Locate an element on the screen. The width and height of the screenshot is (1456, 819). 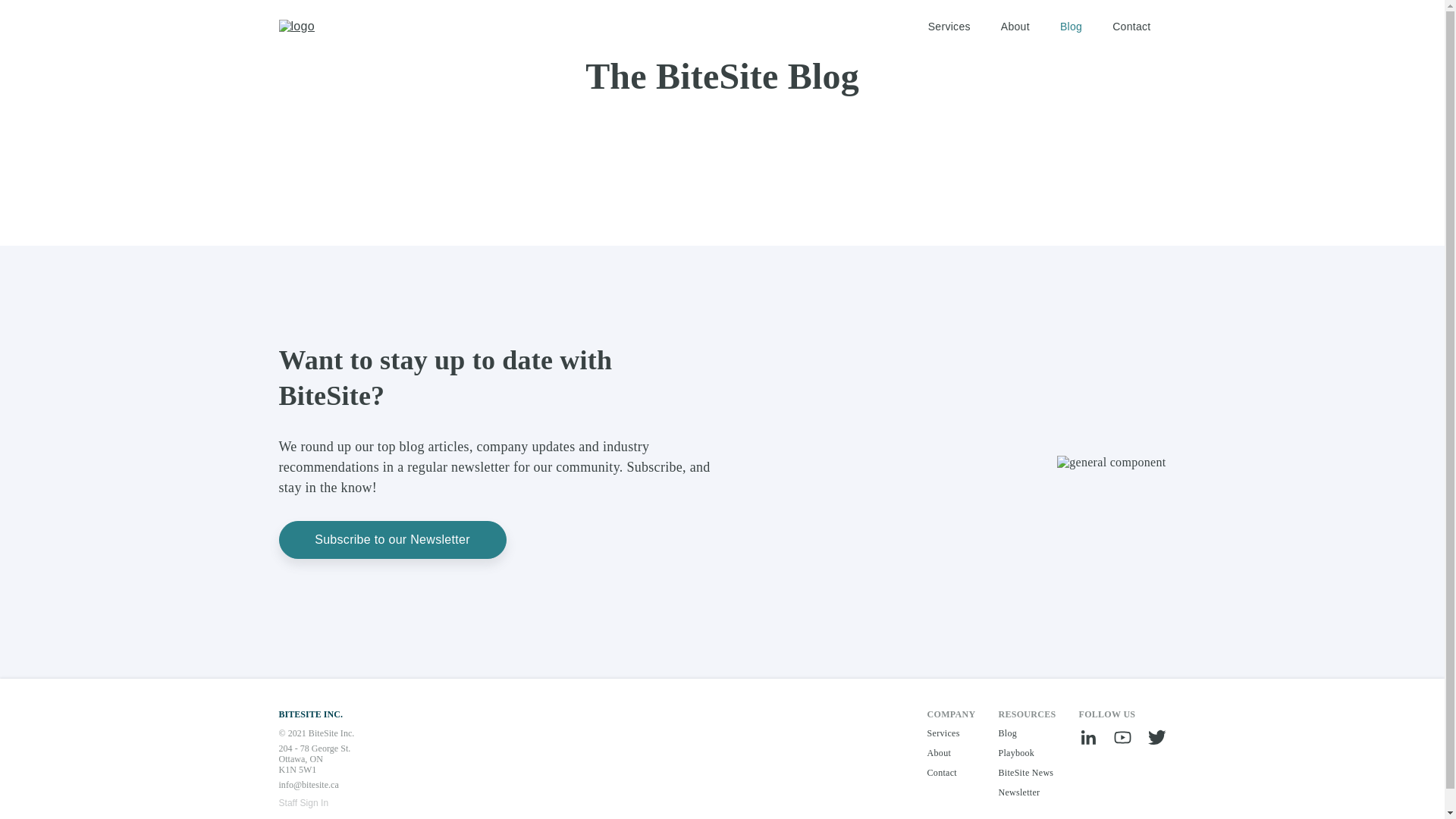
'Blog' is located at coordinates (1026, 733).